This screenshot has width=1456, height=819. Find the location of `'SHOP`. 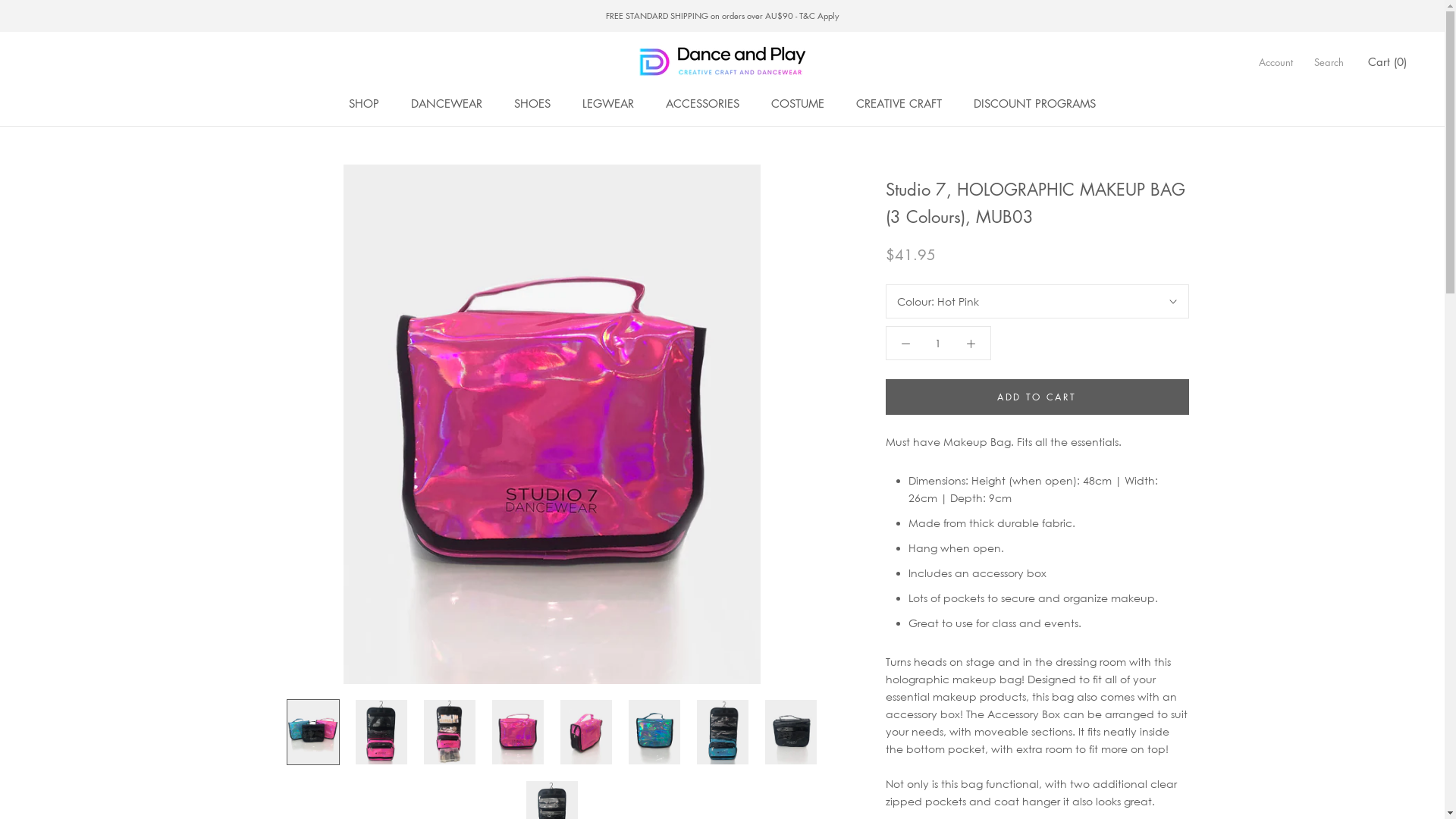

'SHOP is located at coordinates (364, 102).